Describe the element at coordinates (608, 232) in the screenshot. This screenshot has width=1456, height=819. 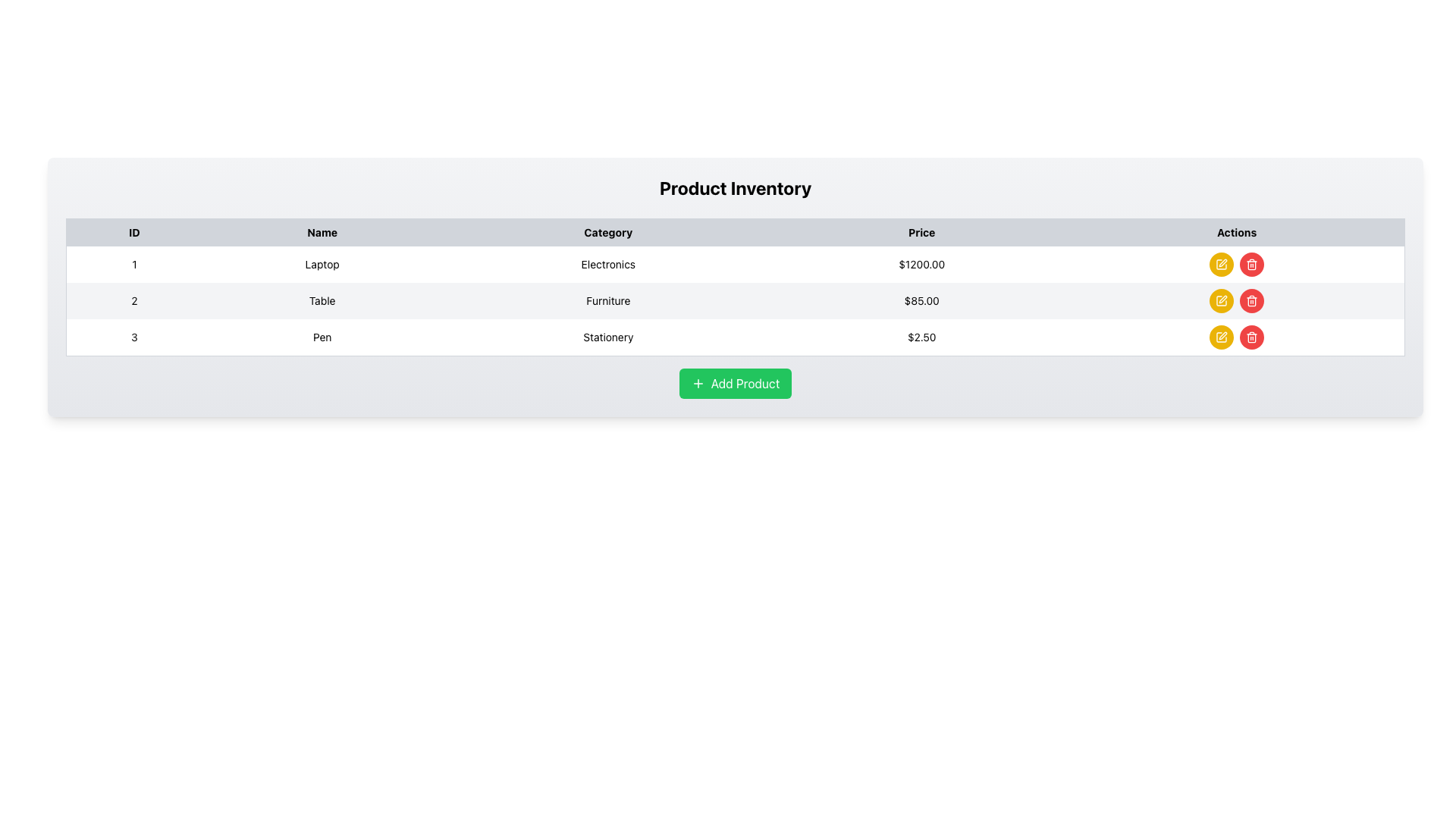
I see `the third column header in the table that indicates product categories, positioned between the 'Name' and 'Price' headers` at that location.